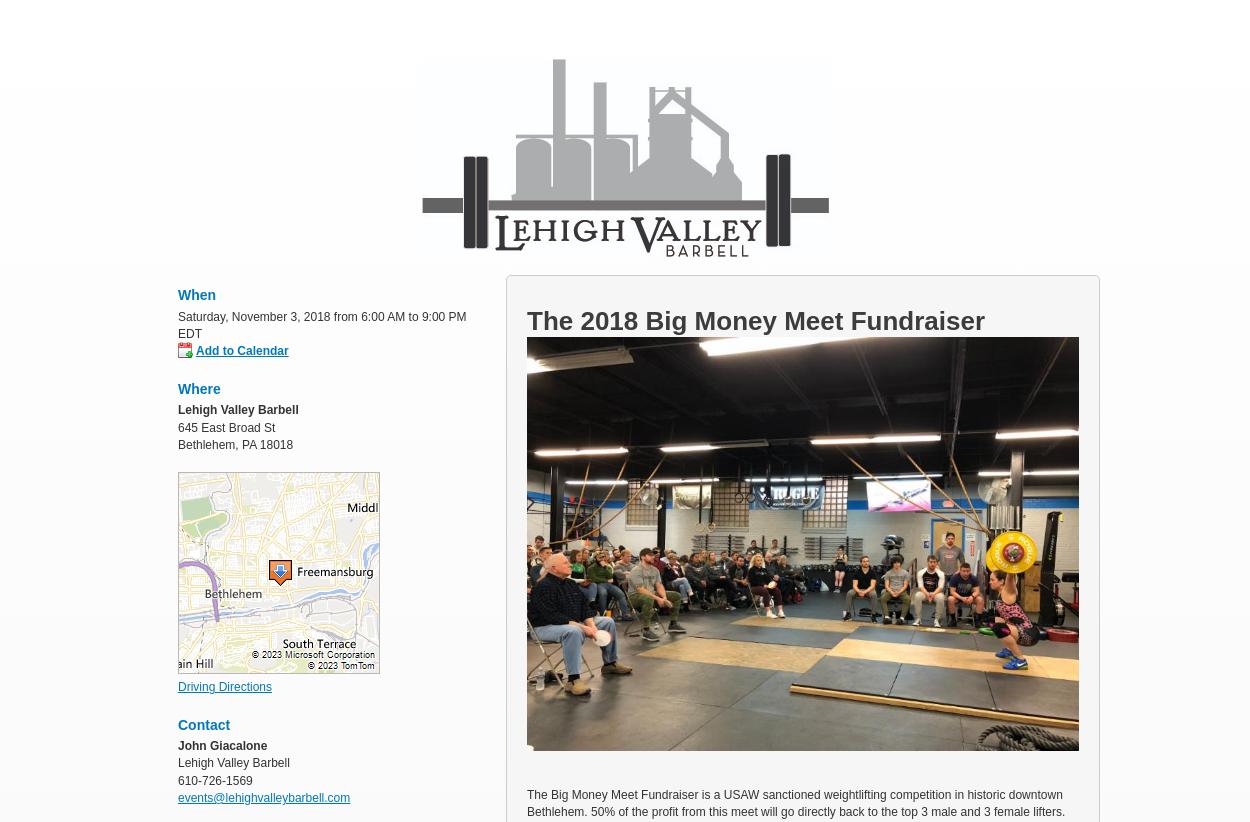 This screenshot has height=822, width=1250. What do you see at coordinates (178, 387) in the screenshot?
I see `'Where'` at bounding box center [178, 387].